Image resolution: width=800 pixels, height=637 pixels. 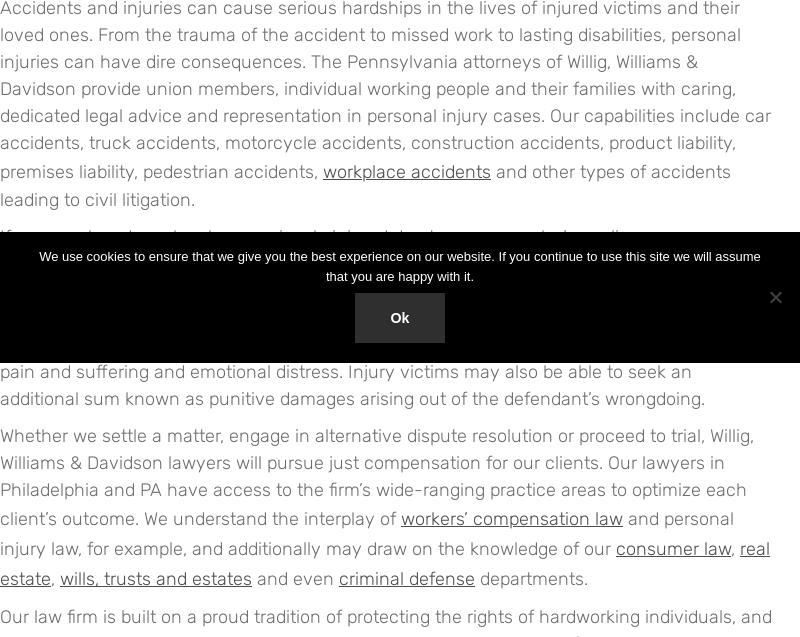 I want to click on 'real estate', so click(x=384, y=563).